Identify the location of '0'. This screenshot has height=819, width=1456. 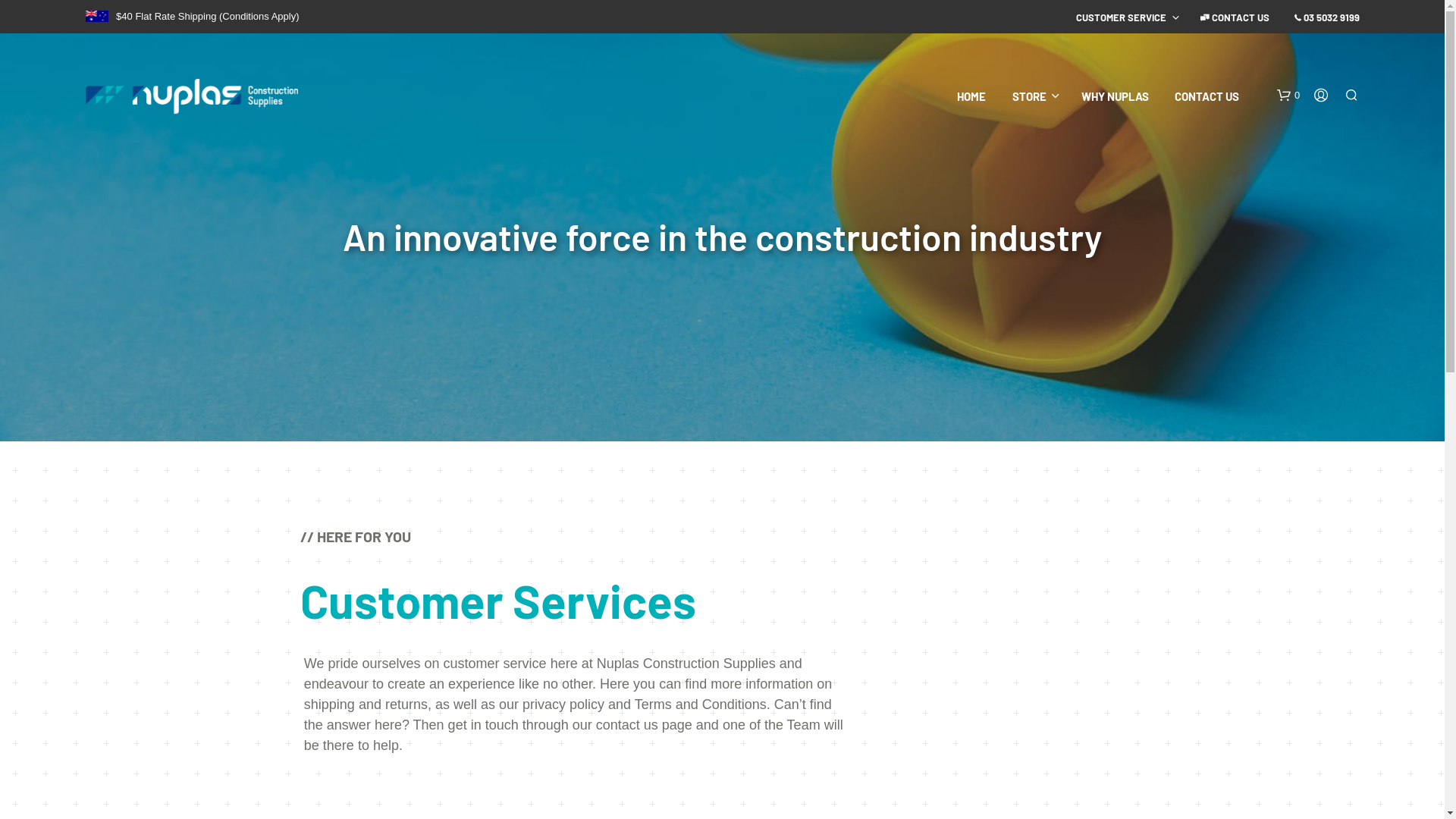
(1276, 96).